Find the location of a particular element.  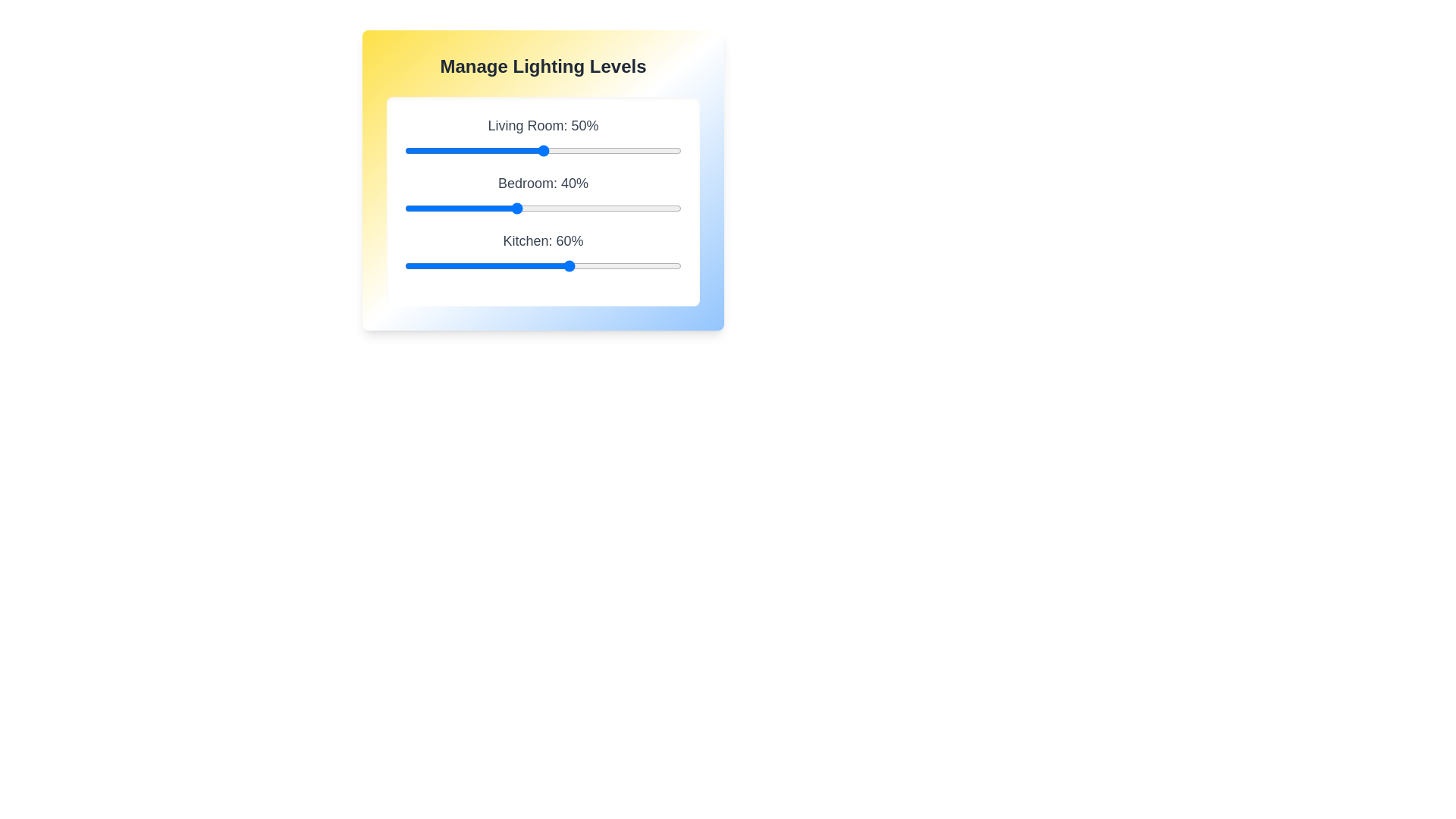

the Living Room lighting slider to 41% is located at coordinates (518, 151).